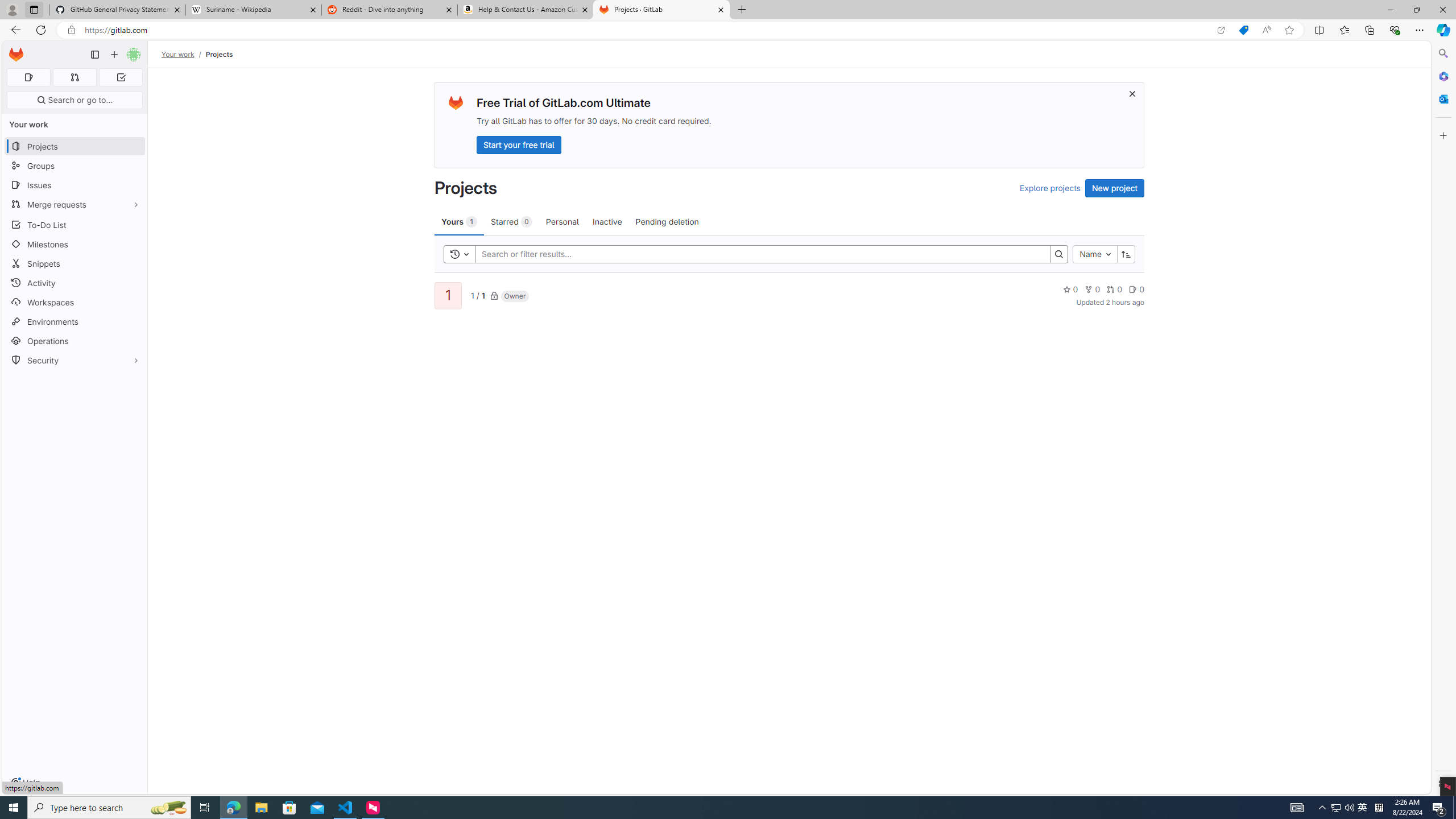 The height and width of the screenshot is (819, 1456). What do you see at coordinates (74, 263) in the screenshot?
I see `'Snippets'` at bounding box center [74, 263].